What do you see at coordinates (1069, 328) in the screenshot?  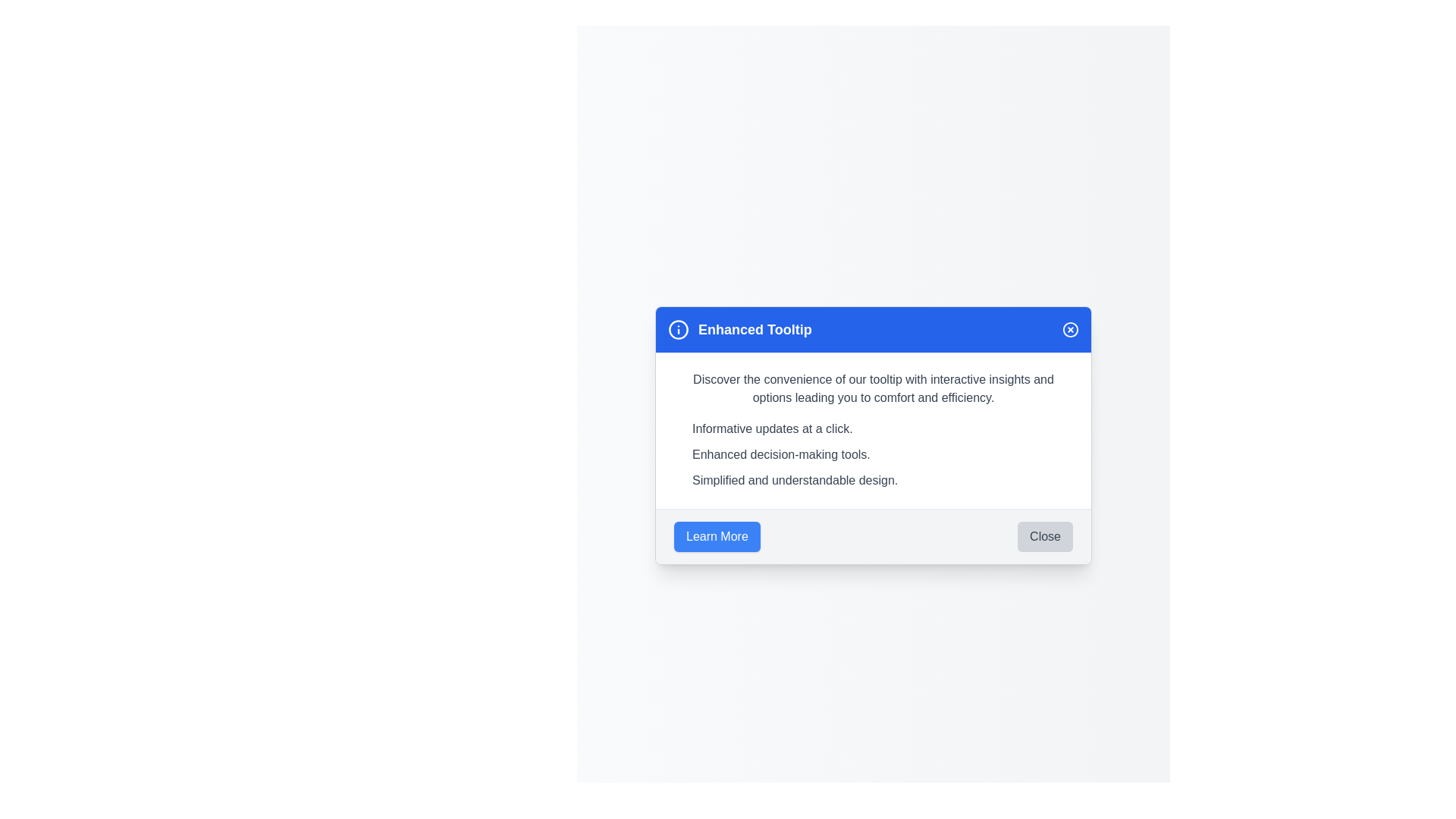 I see `the circular button with a white cross 'X' in the center, located in the top-right corner of the blue bar on the tooltip` at bounding box center [1069, 328].